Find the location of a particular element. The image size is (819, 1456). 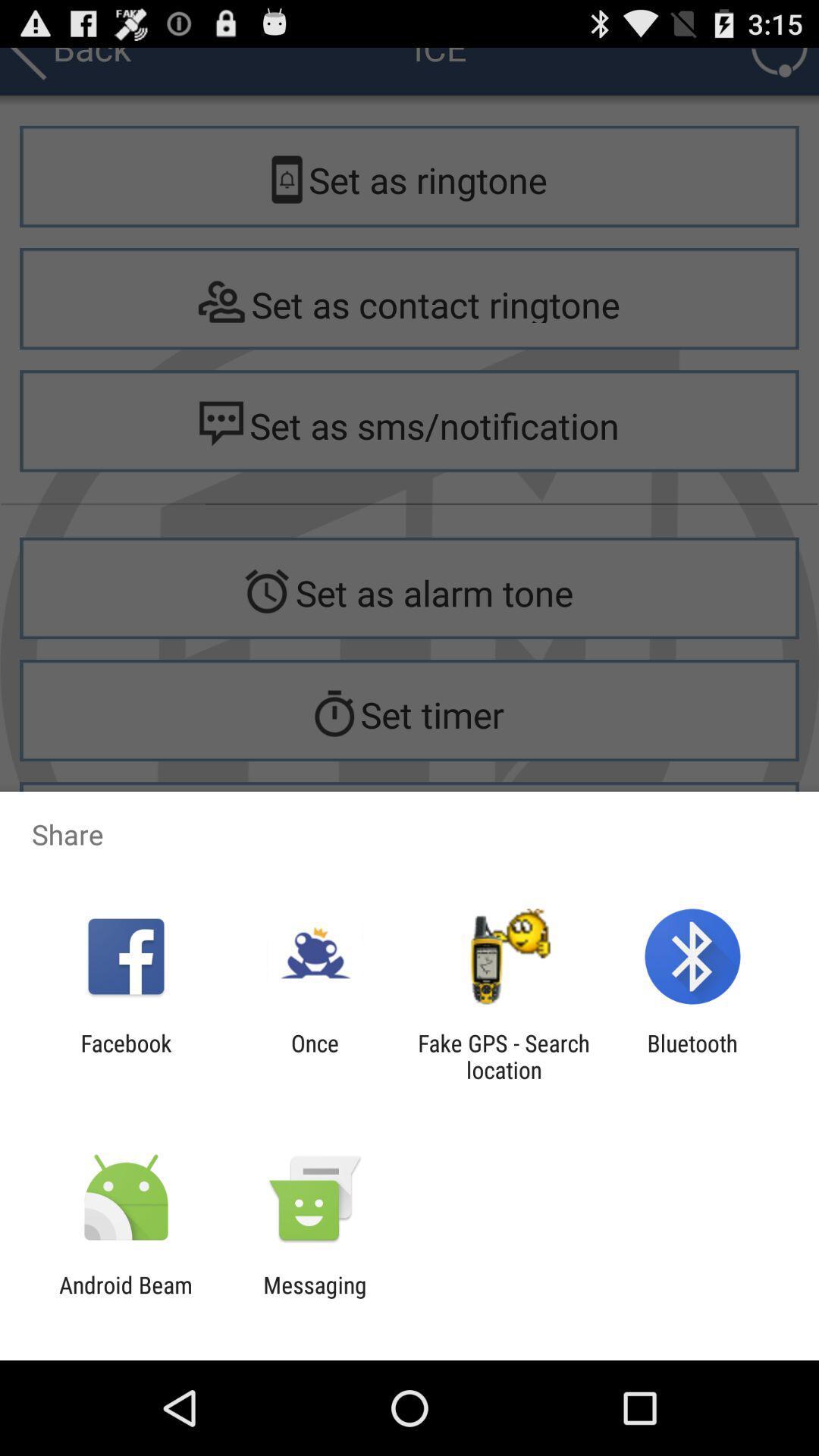

the messaging is located at coordinates (314, 1298).